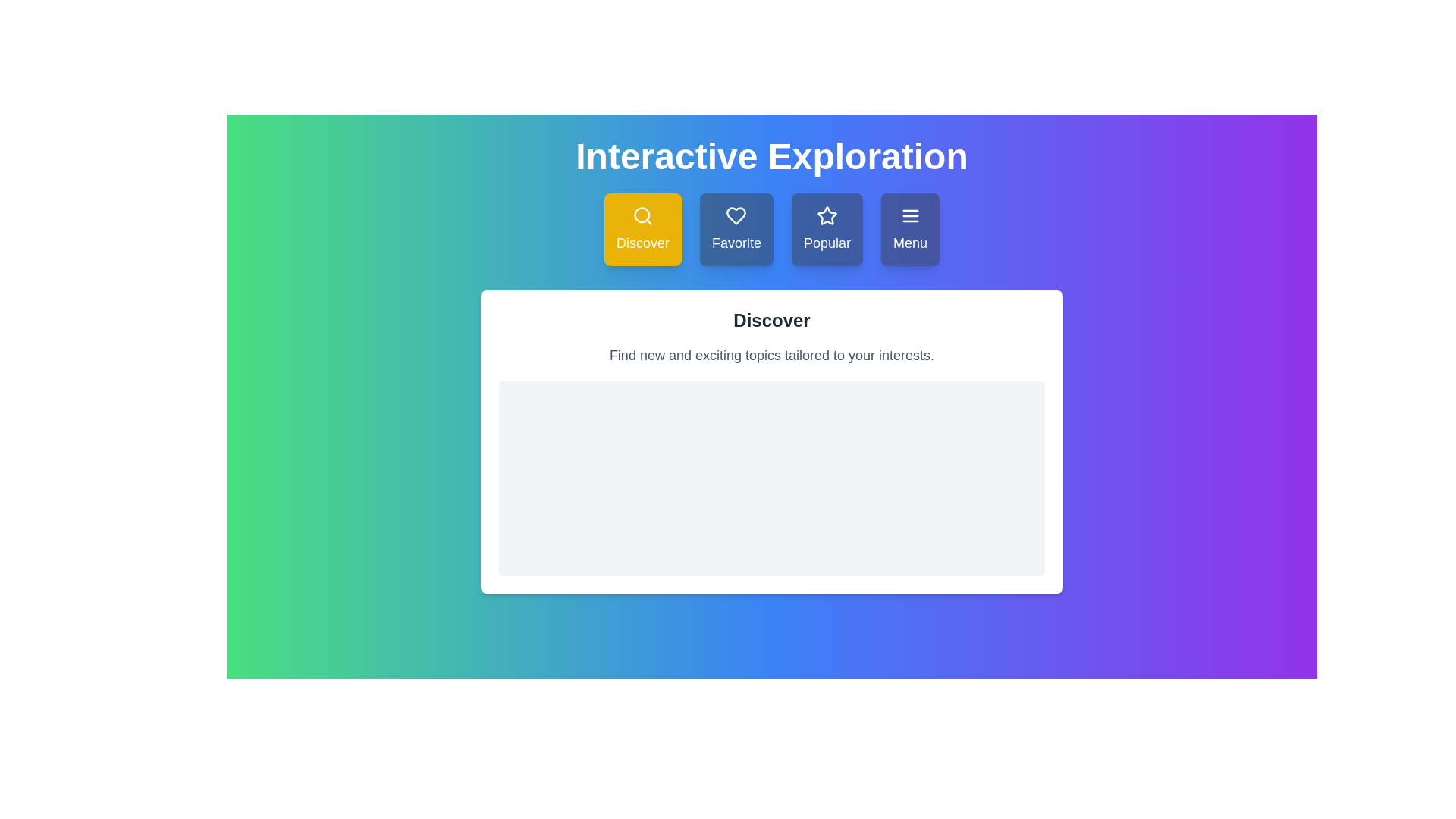  What do you see at coordinates (736, 230) in the screenshot?
I see `the tab labeled Favorite` at bounding box center [736, 230].